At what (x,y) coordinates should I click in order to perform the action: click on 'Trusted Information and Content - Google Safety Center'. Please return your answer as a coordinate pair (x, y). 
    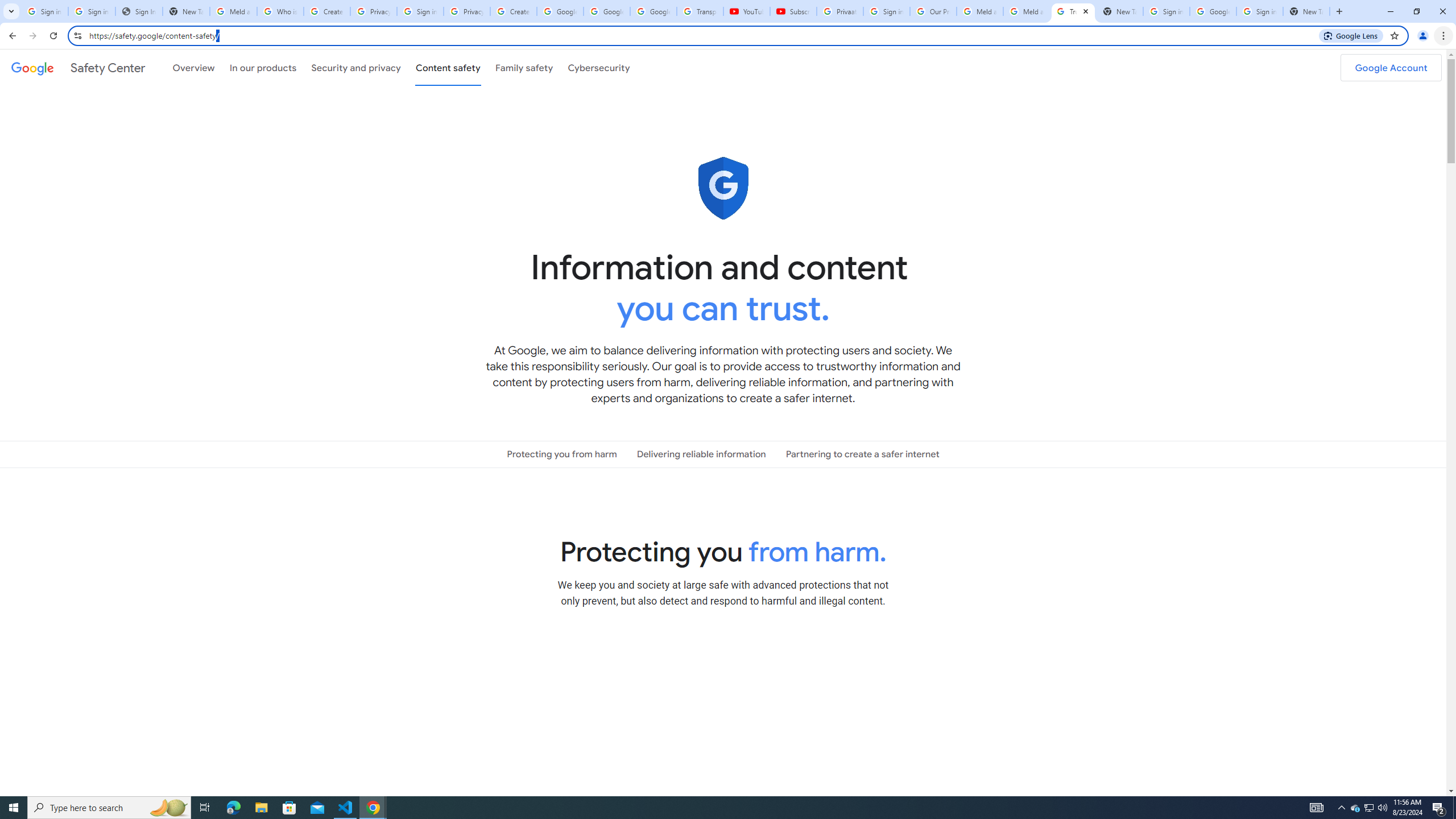
    Looking at the image, I should click on (1073, 11).